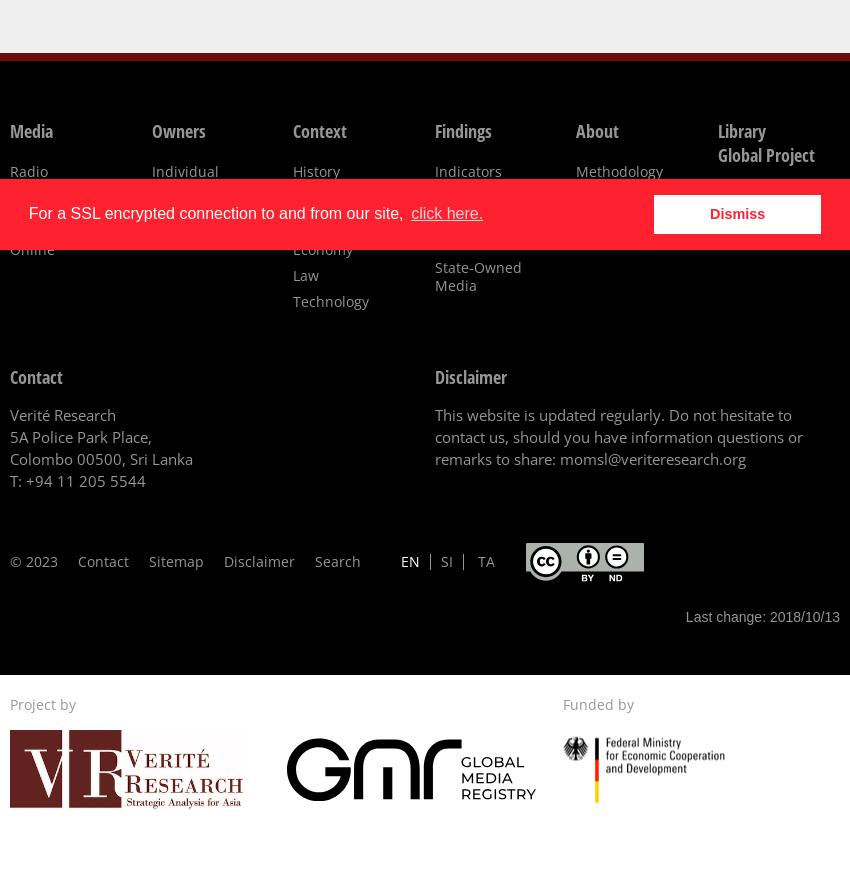 This screenshot has width=850, height=875. Describe the element at coordinates (469, 232) in the screenshot. I see `'Political Affiliations'` at that location.